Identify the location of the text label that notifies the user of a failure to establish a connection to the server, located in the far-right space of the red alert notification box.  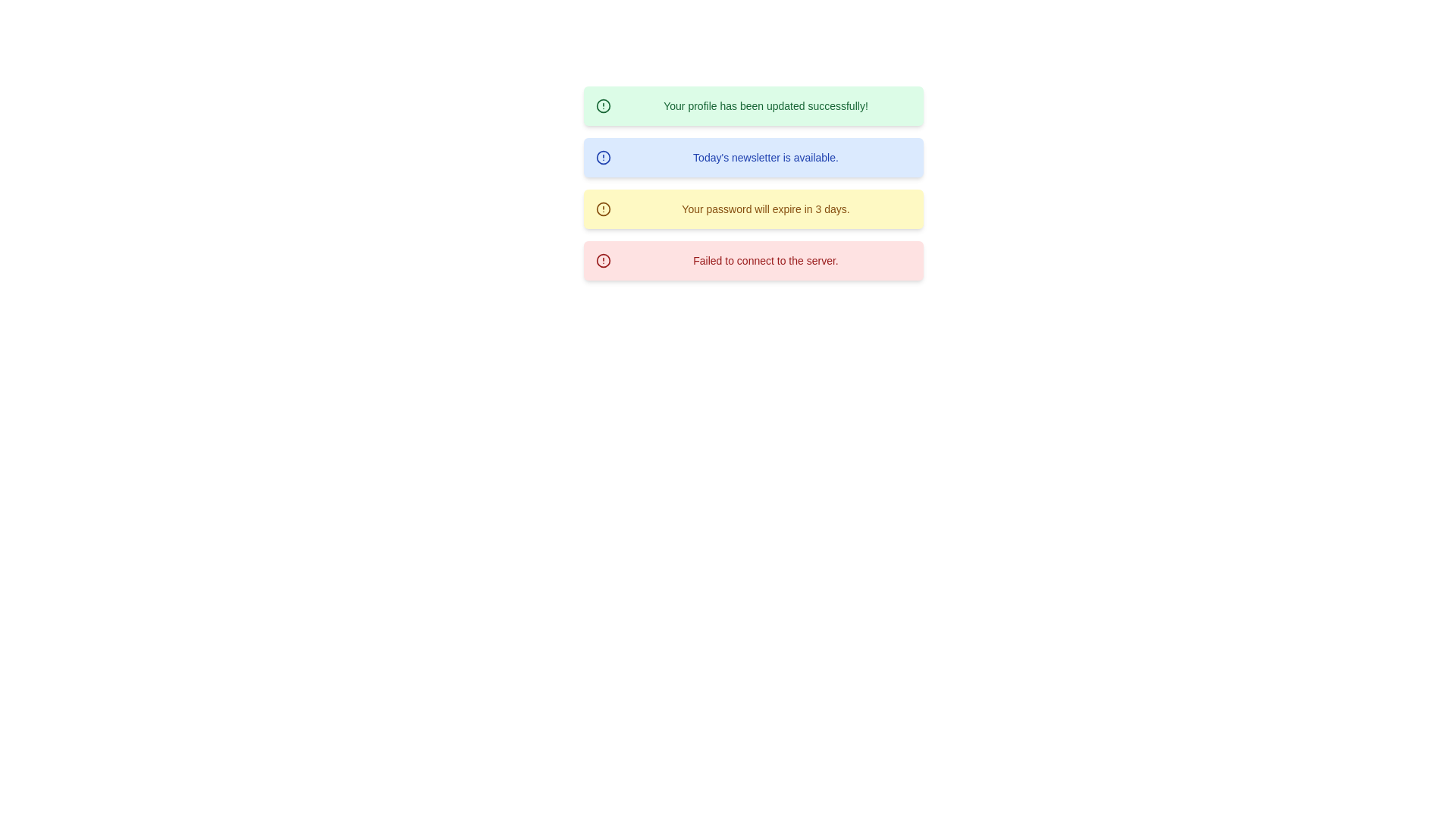
(765, 259).